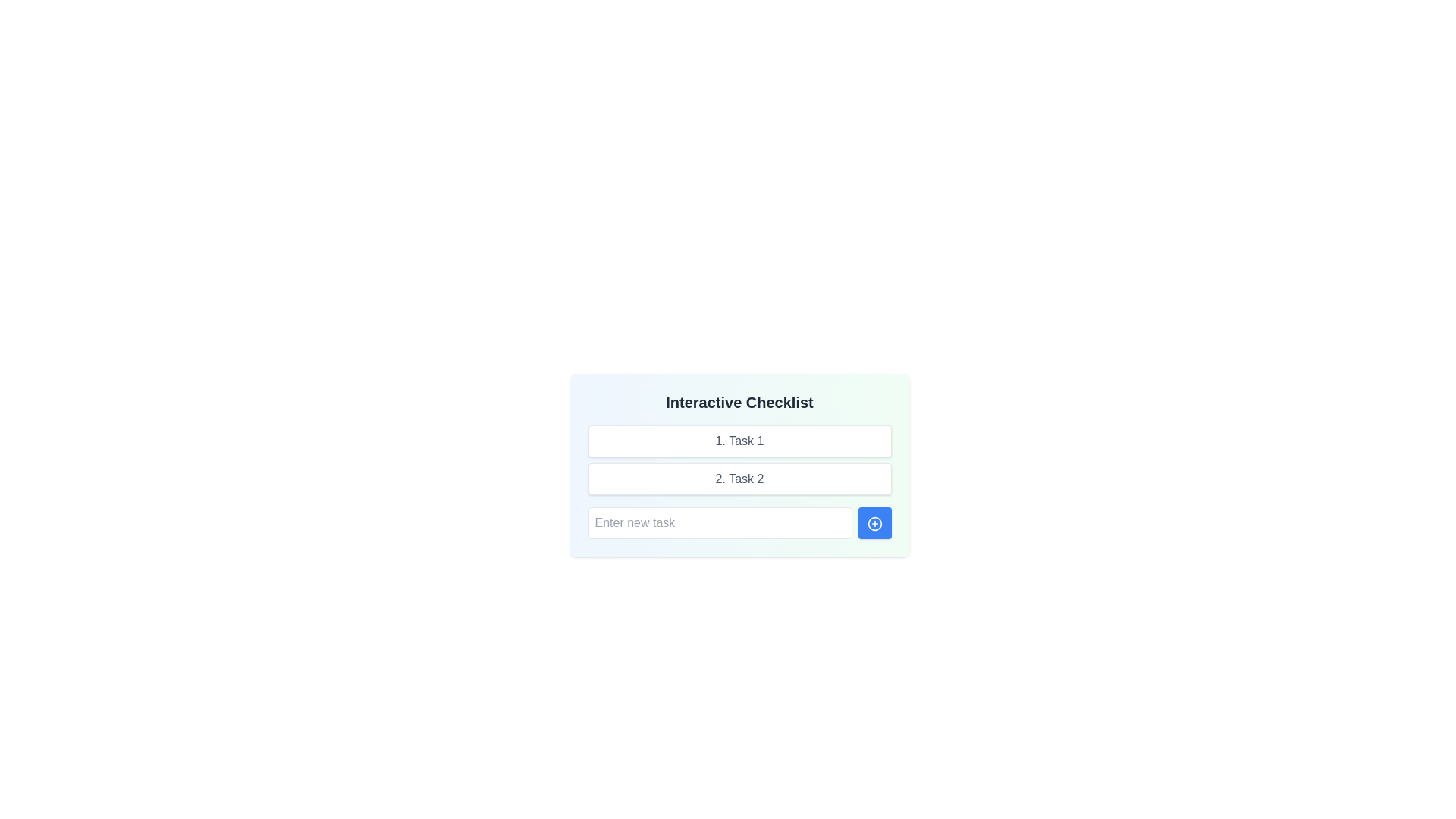 The width and height of the screenshot is (1456, 819). I want to click on the blue circular button with a white plus icon, so click(874, 522).